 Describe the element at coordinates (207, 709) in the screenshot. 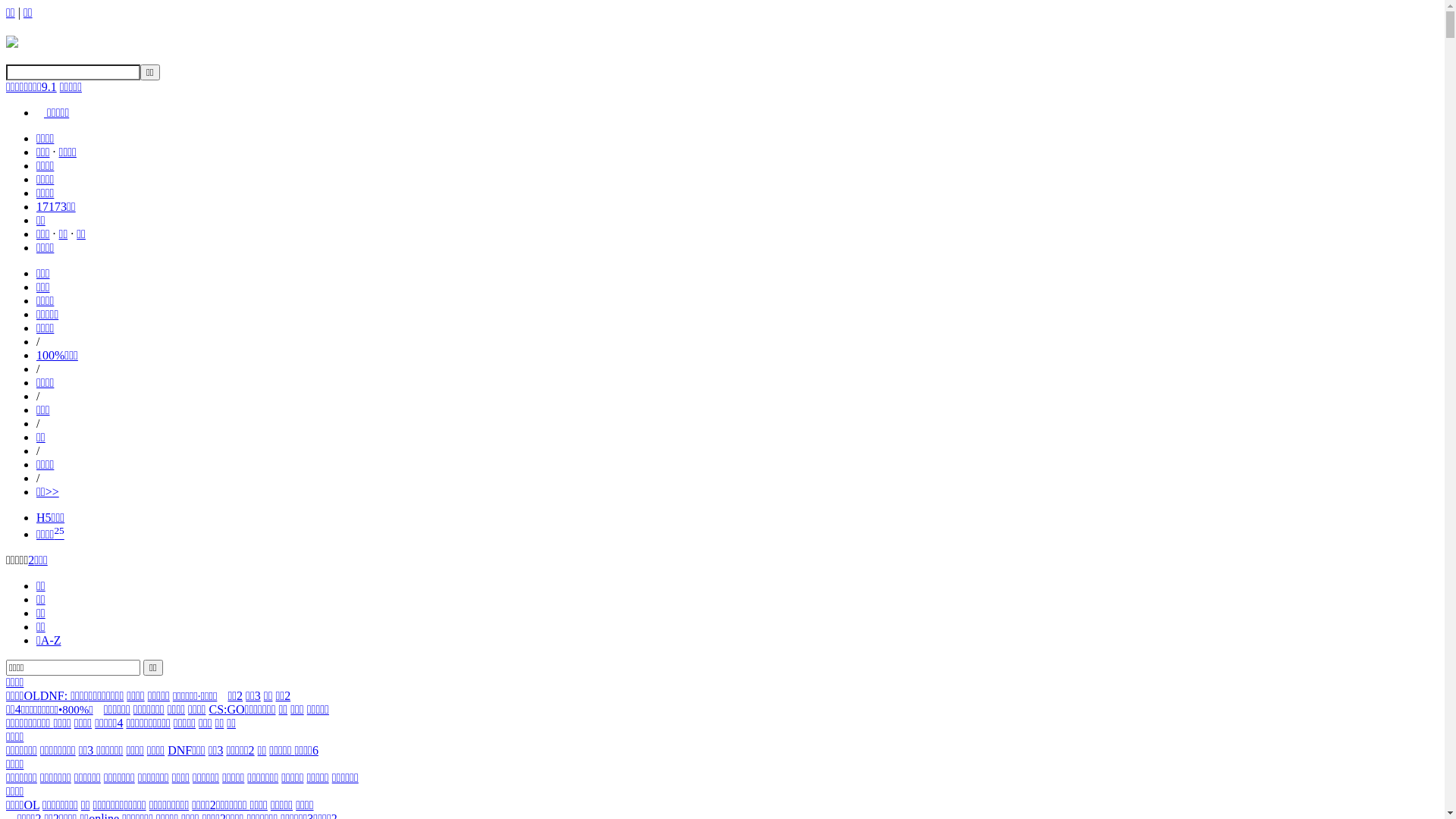

I see `'CS:GO'` at that location.